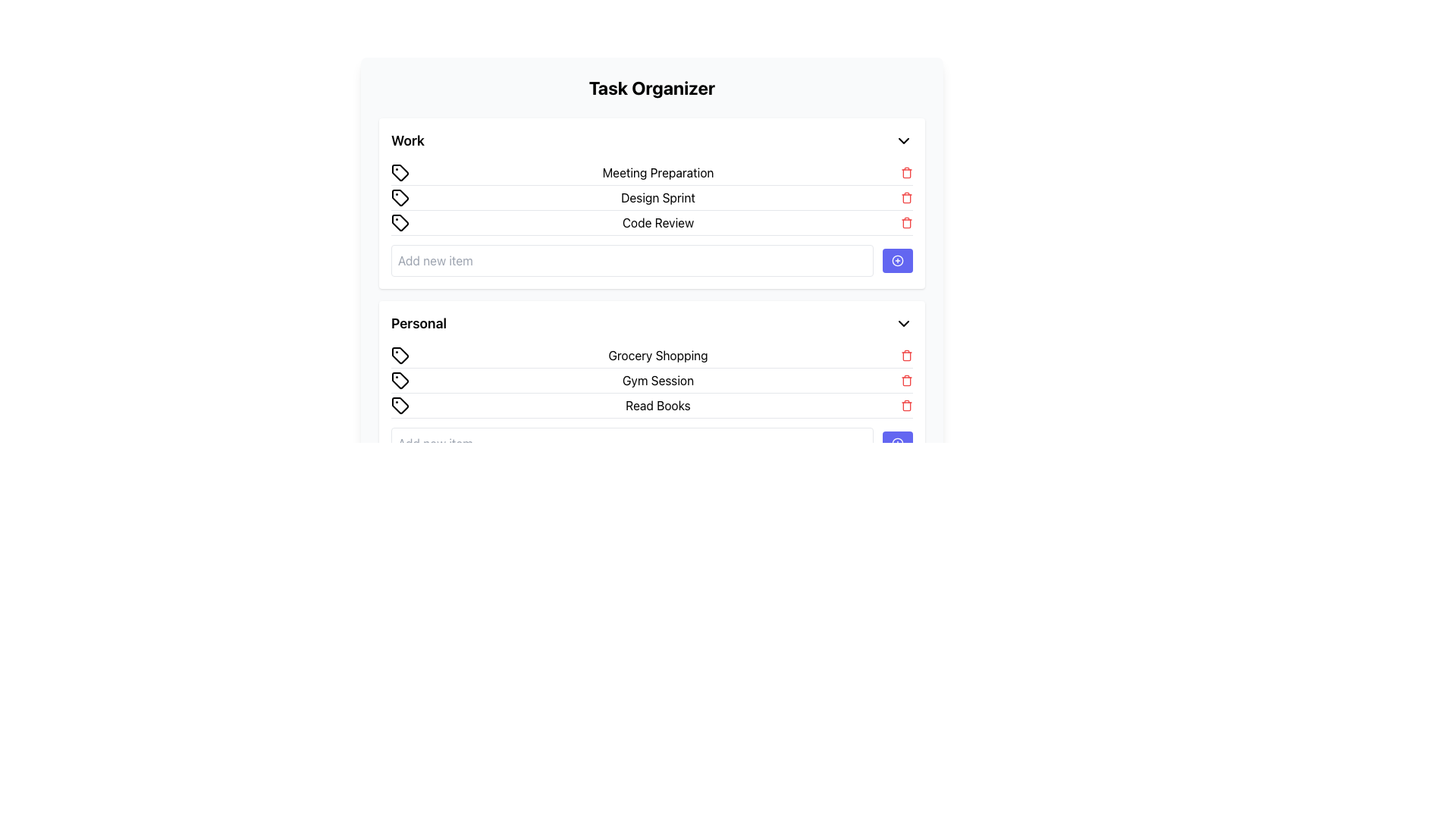 This screenshot has width=1456, height=819. What do you see at coordinates (400, 379) in the screenshot?
I see `the graphical icon resembling a tag, which has a thin black outline and a filled black circle near the top-left corner, located in the 'Personal' section under 'Task Organizer'` at bounding box center [400, 379].